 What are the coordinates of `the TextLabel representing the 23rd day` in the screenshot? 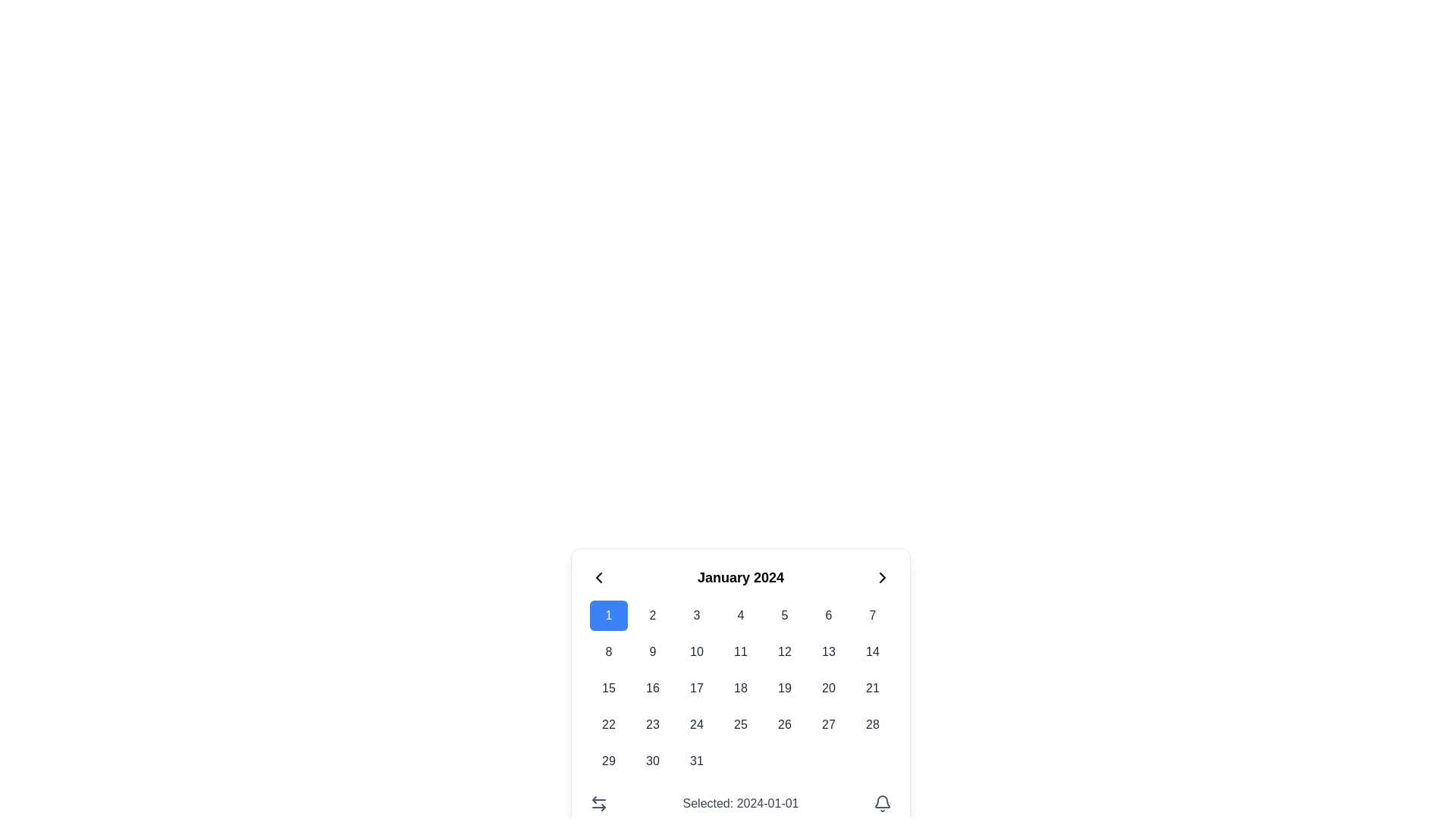 It's located at (652, 724).